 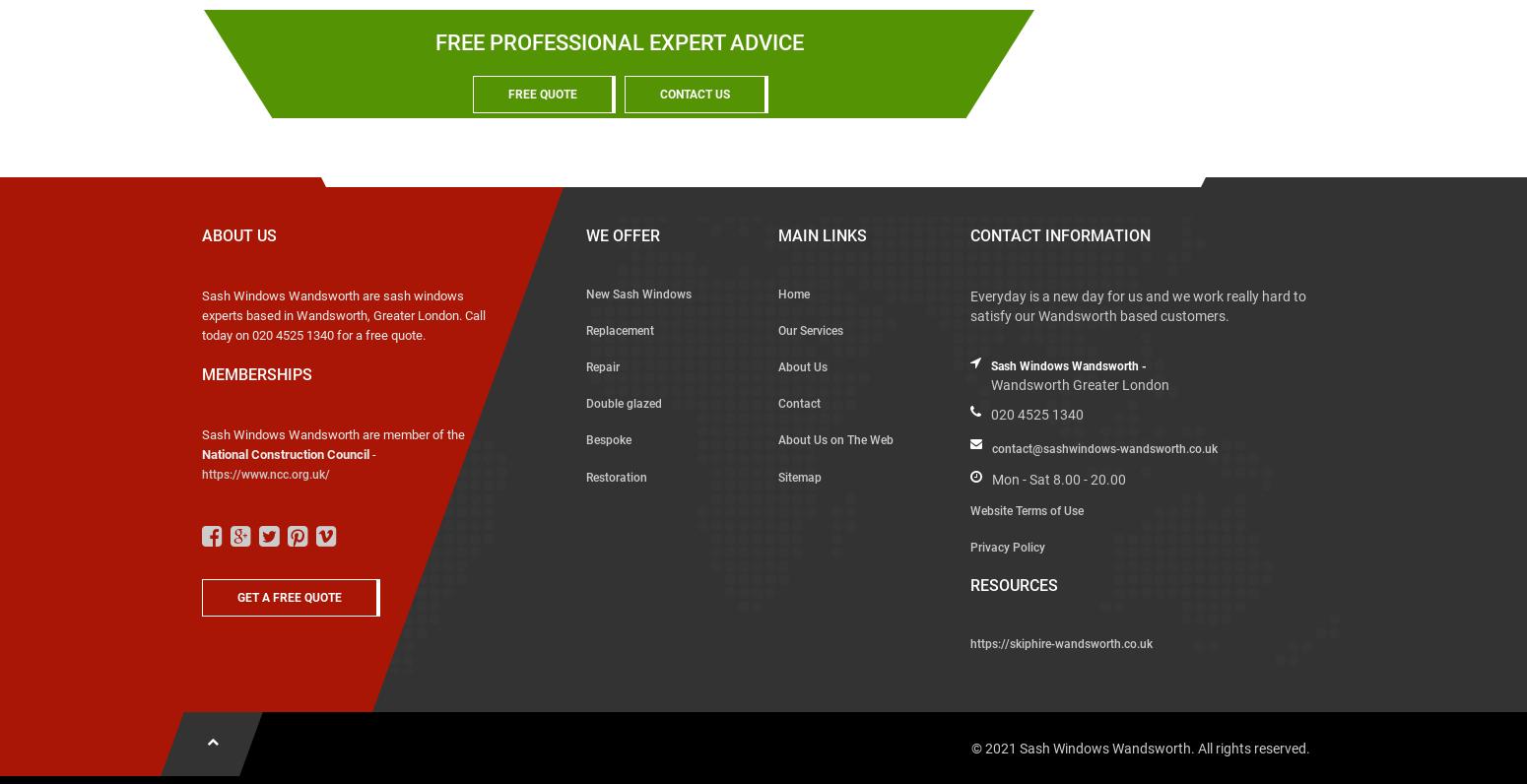 I want to click on '-', so click(x=371, y=453).